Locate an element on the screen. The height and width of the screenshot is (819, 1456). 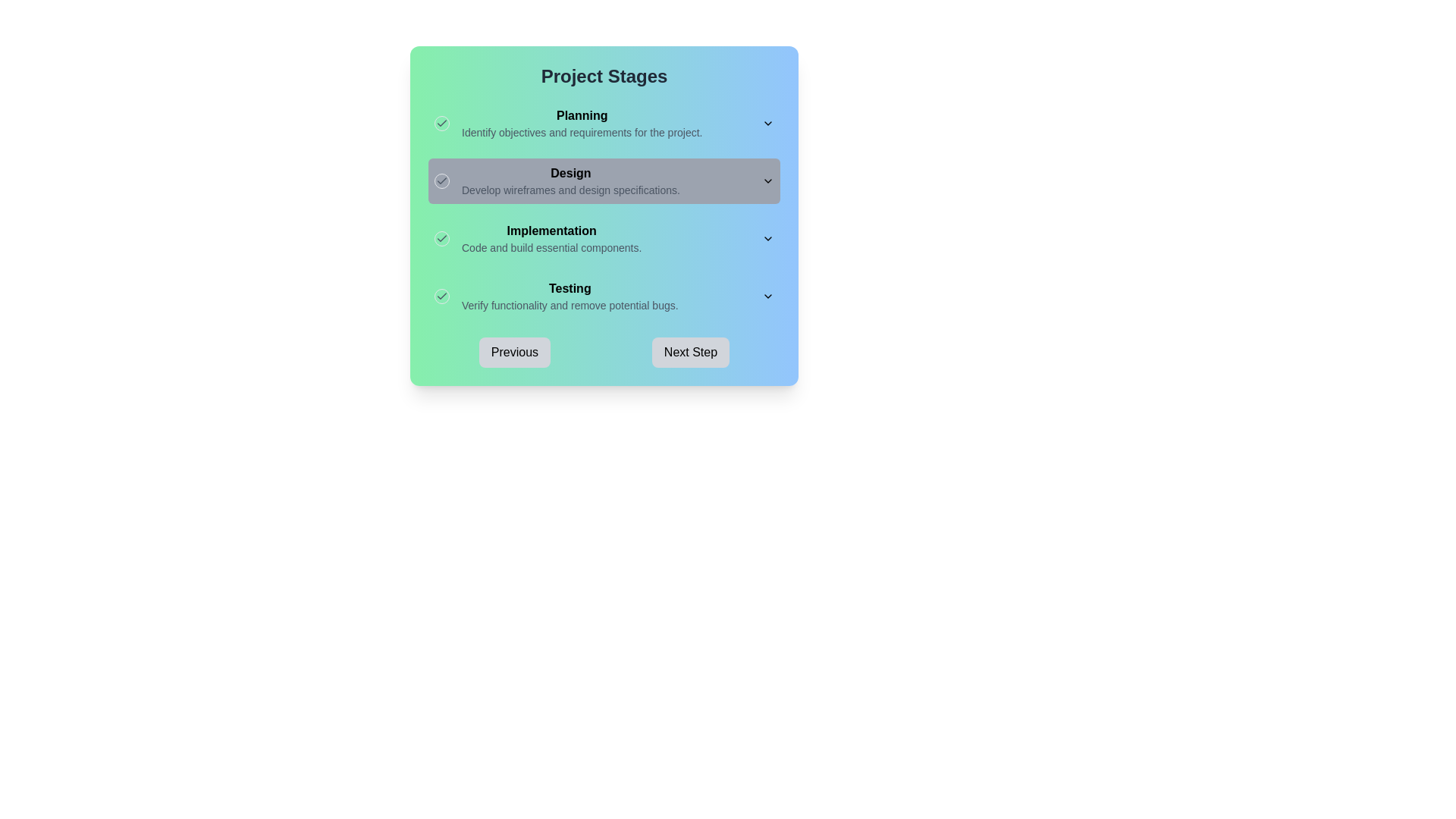
the arrow on the 'Implementation' stage list item is located at coordinates (603, 239).